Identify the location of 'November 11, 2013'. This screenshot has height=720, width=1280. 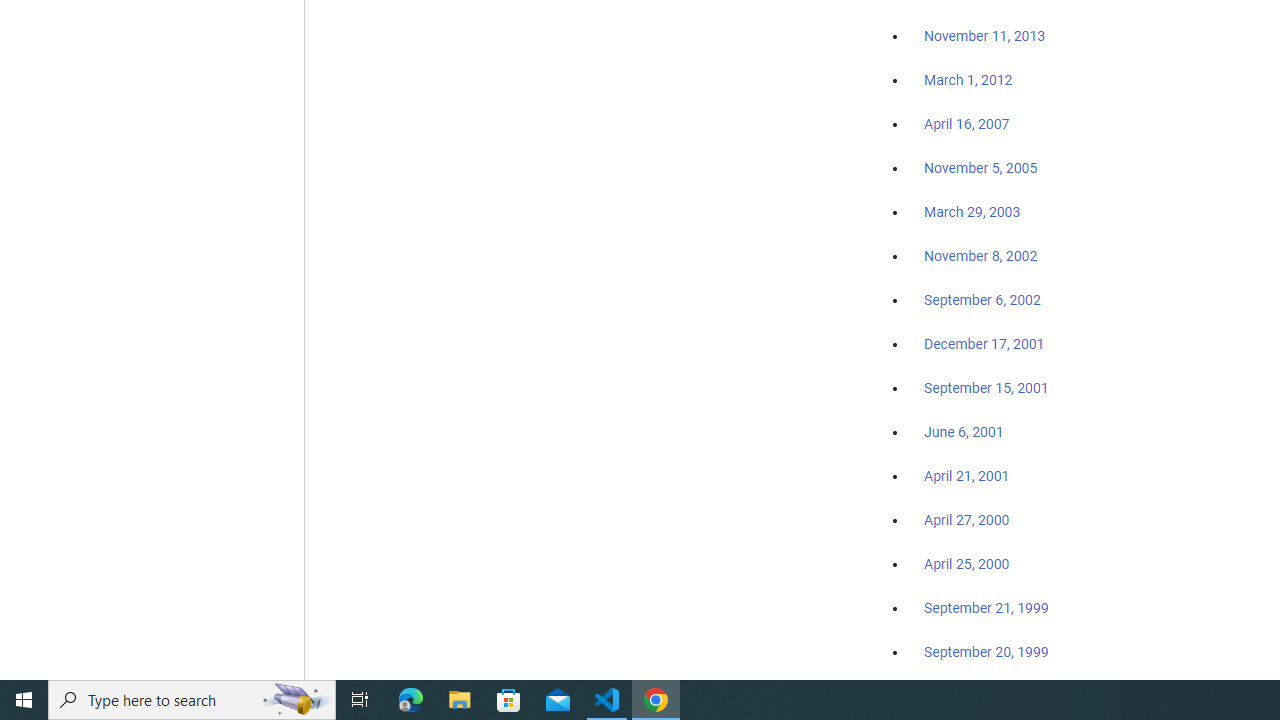
(984, 37).